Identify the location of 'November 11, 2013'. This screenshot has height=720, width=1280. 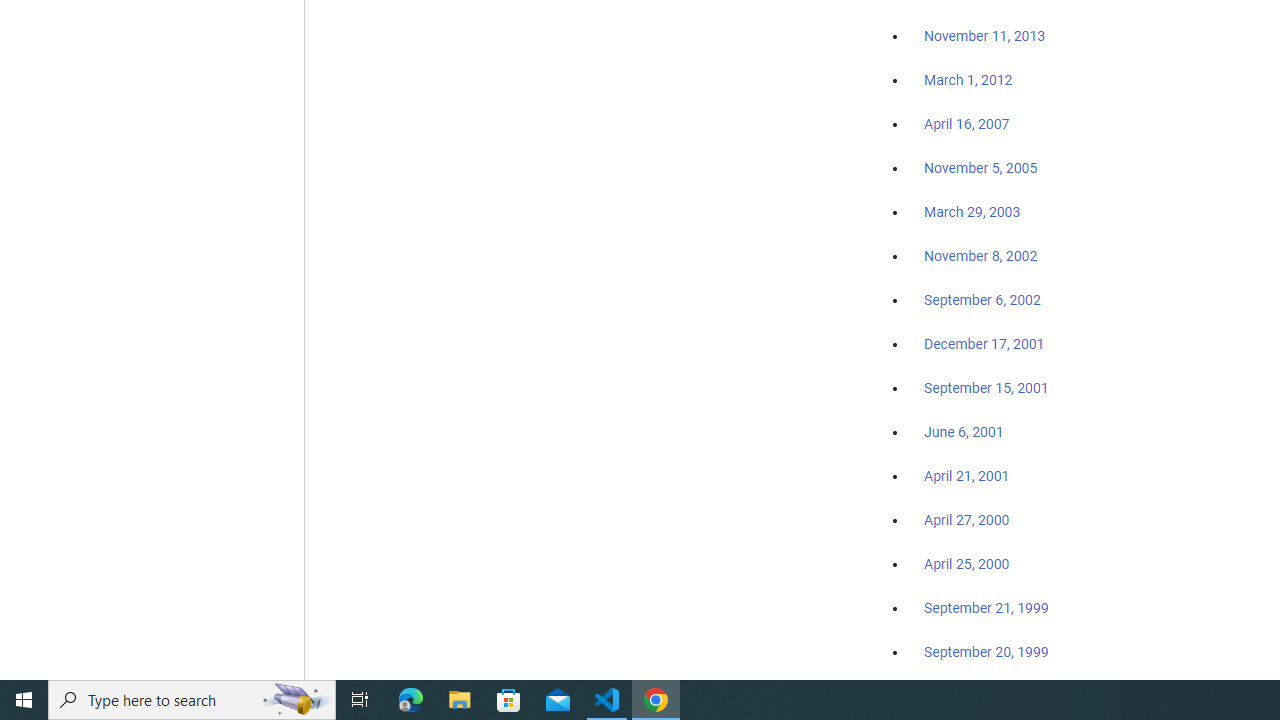
(984, 37).